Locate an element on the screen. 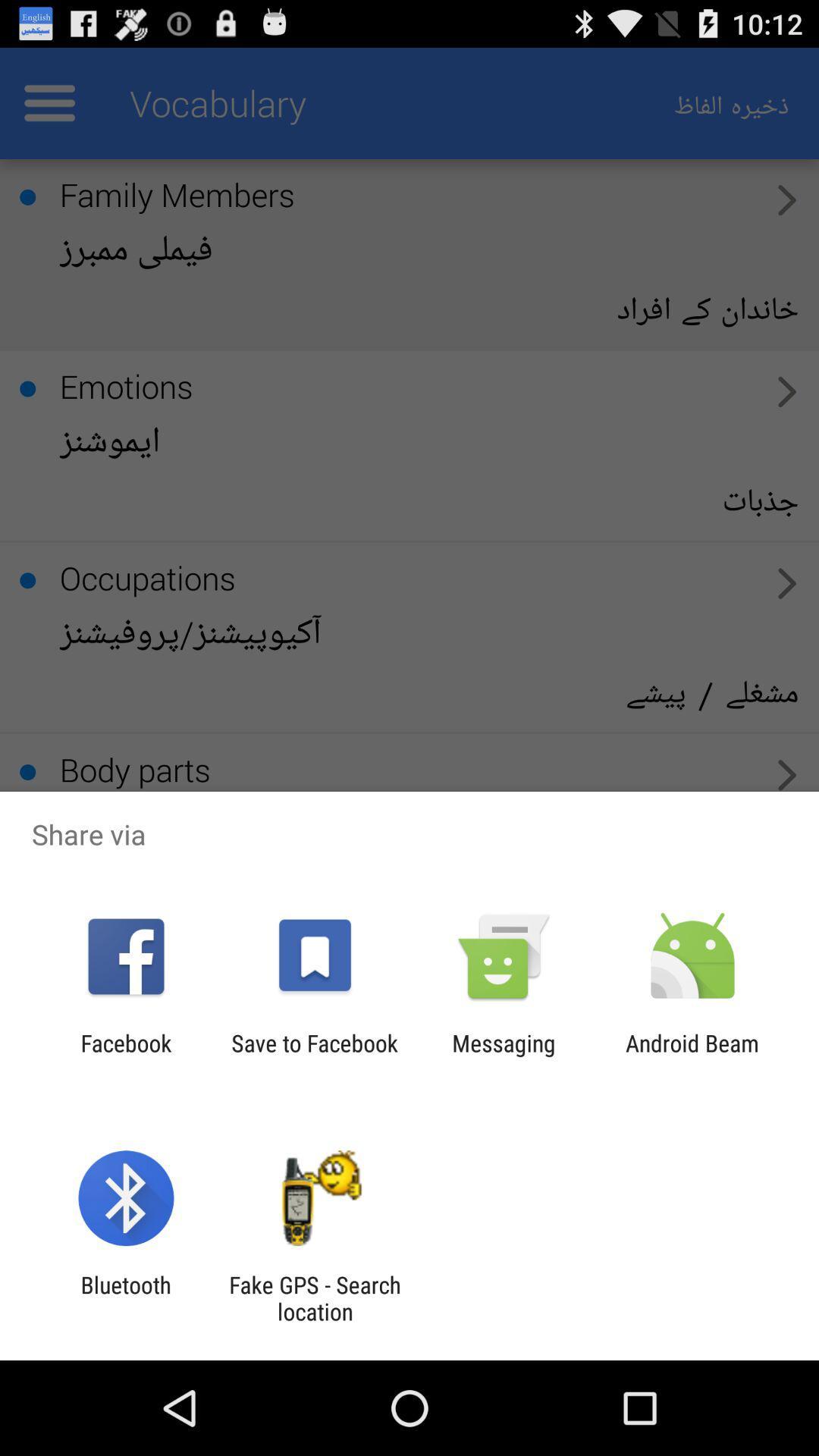 This screenshot has height=1456, width=819. the item to the left of the messaging icon is located at coordinates (314, 1056).